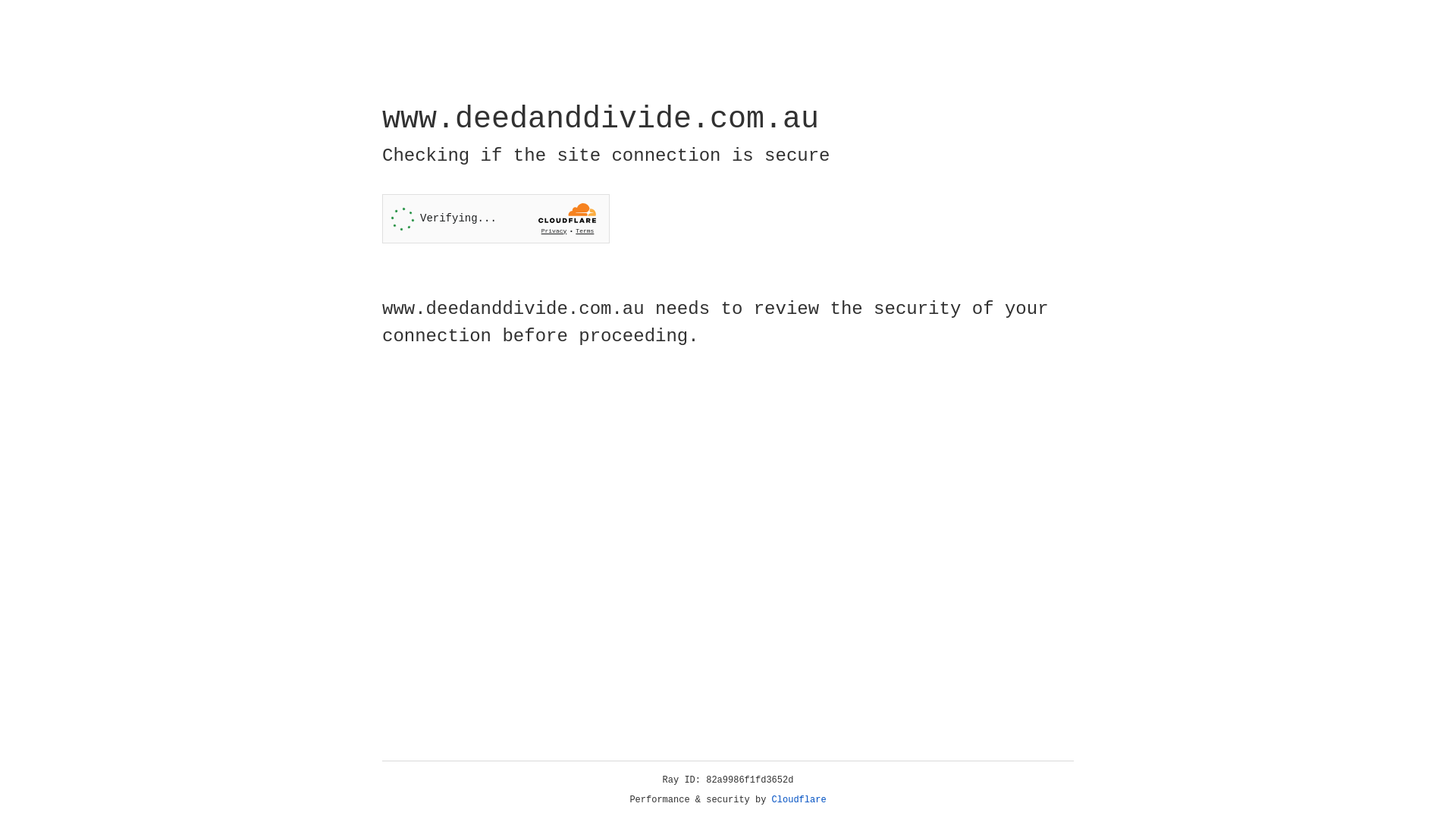 The height and width of the screenshot is (819, 1456). Describe the element at coordinates (771, 799) in the screenshot. I see `'Cloudflare'` at that location.